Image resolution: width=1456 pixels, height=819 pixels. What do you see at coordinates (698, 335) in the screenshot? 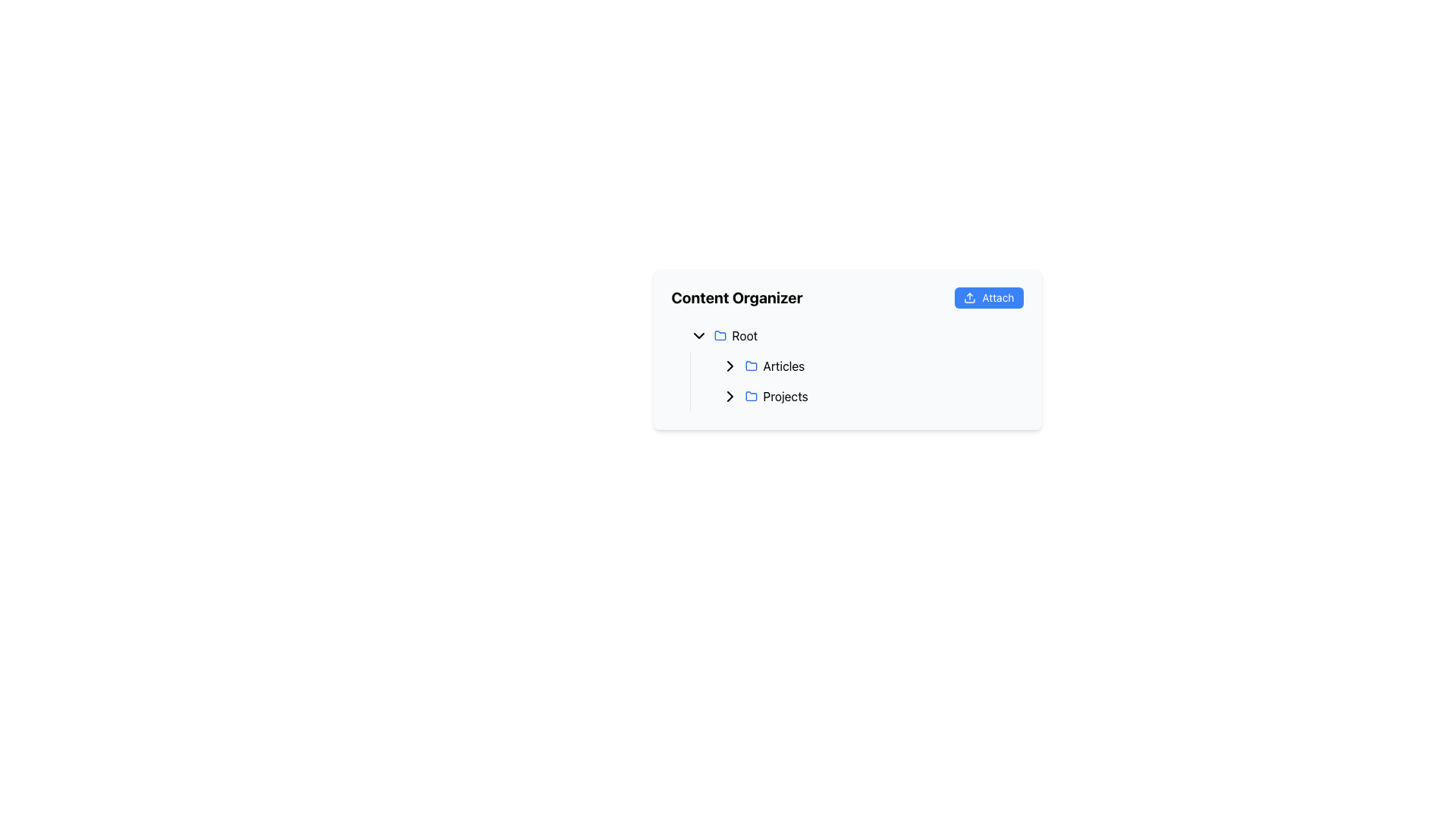
I see `the Chevron icon` at bounding box center [698, 335].